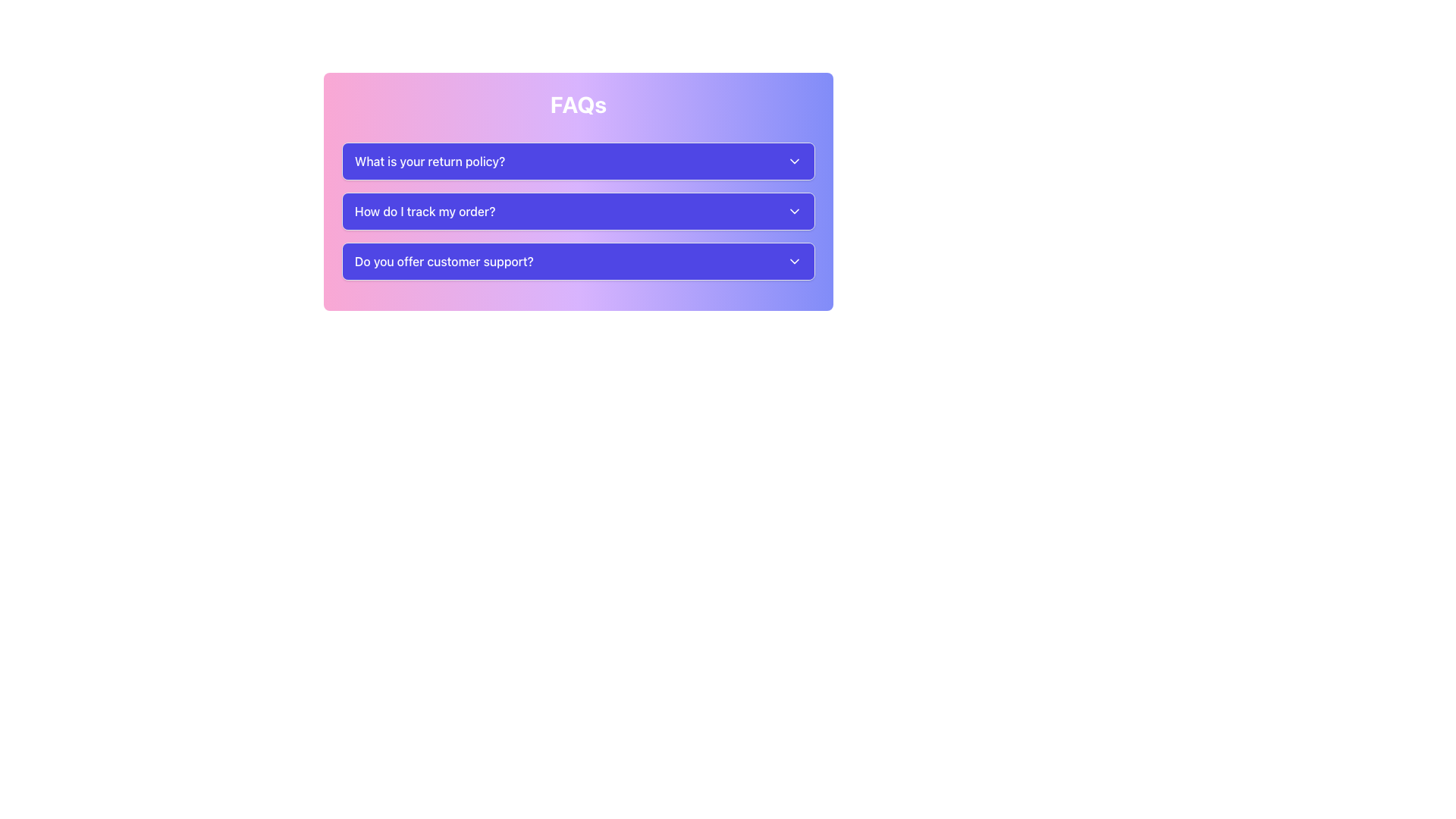 The image size is (1456, 819). Describe the element at coordinates (793, 260) in the screenshot. I see `the downwards arrow icon located to the right of the text 'Do you offer customer support?' within the blue button` at that location.